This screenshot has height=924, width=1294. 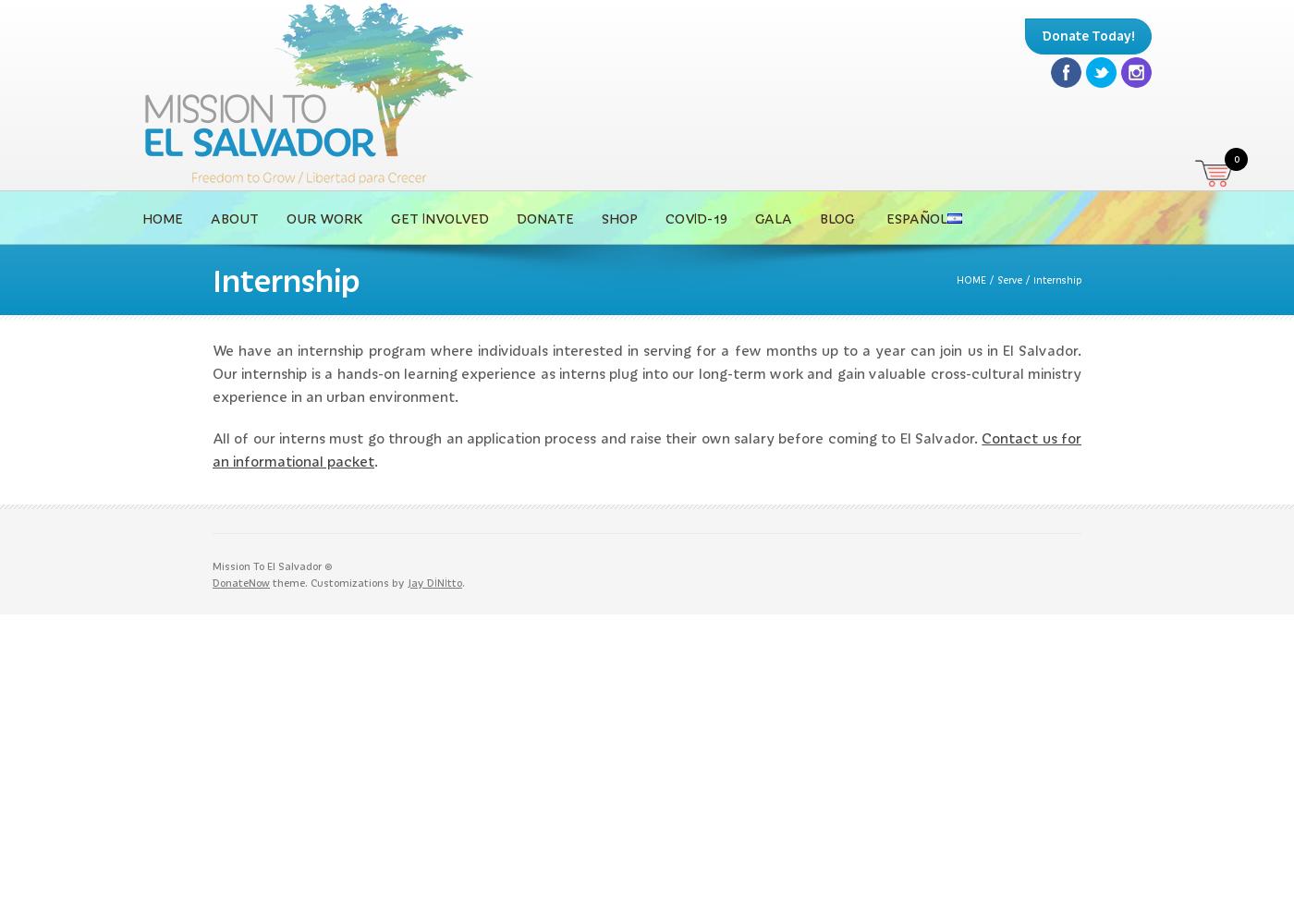 What do you see at coordinates (647, 447) in the screenshot?
I see `'Contact us for an informational packet'` at bounding box center [647, 447].